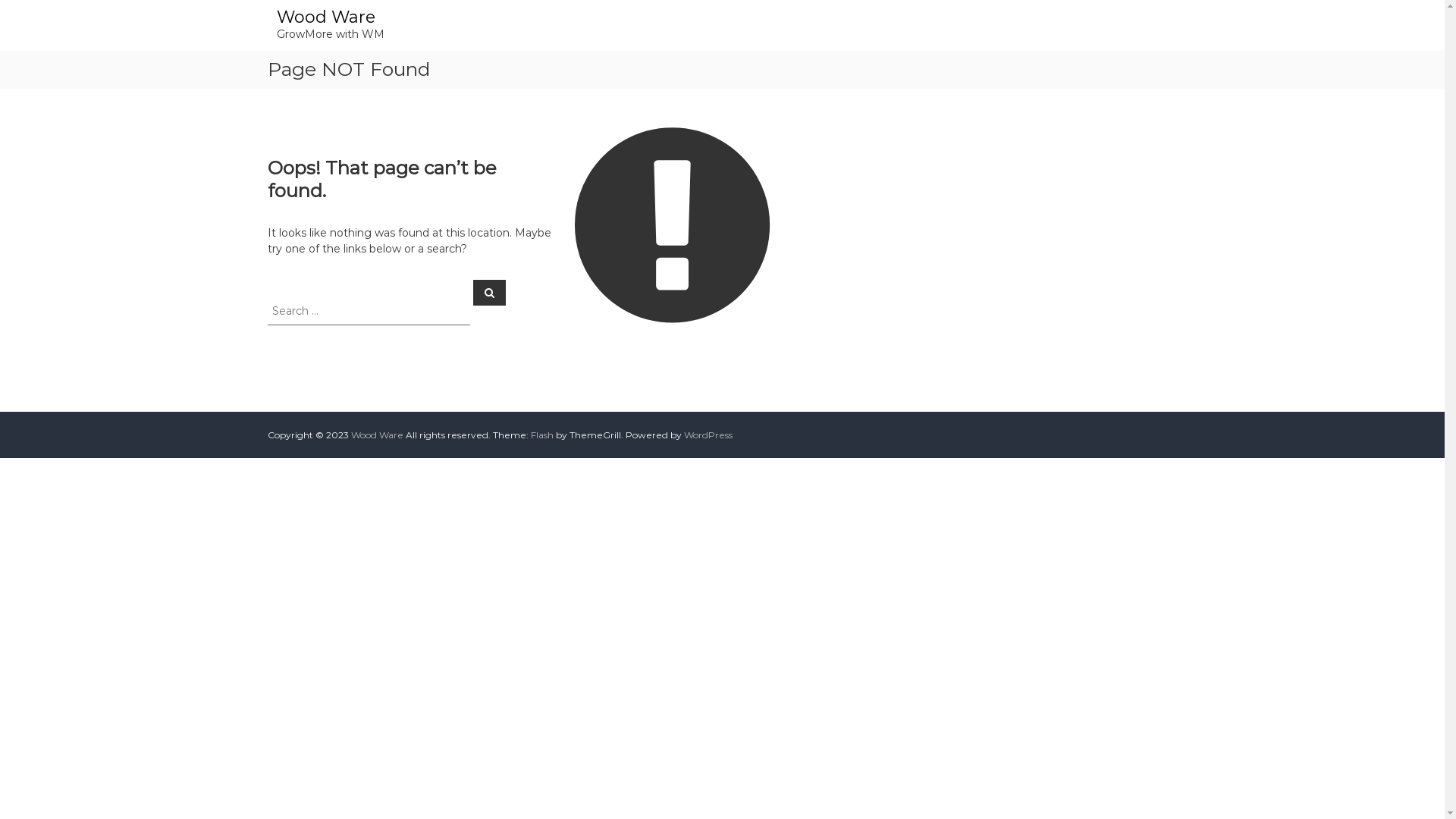 Image resolution: width=1456 pixels, height=819 pixels. Describe the element at coordinates (708, 435) in the screenshot. I see `'WordPress'` at that location.